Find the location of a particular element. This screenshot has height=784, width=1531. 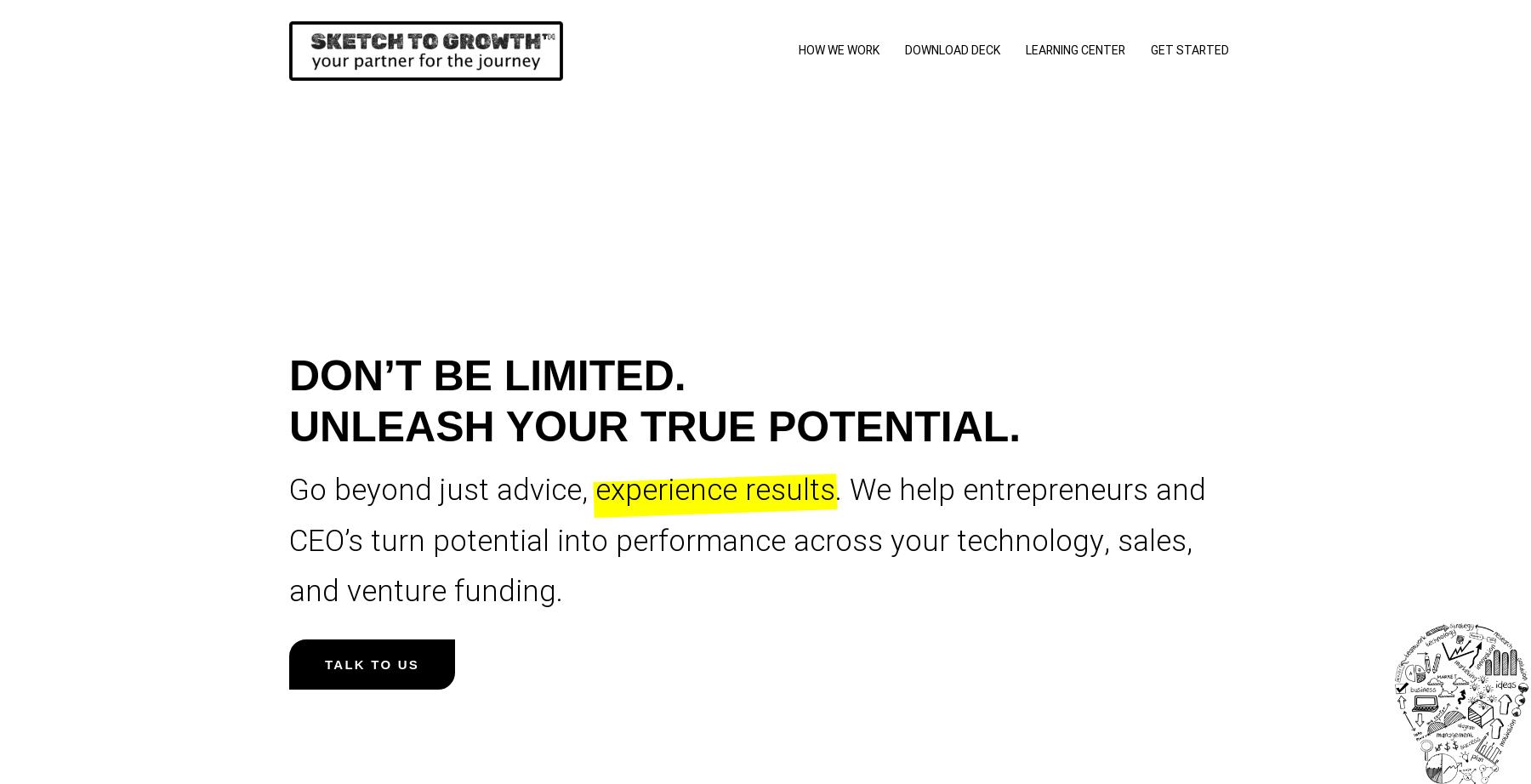

'Don’t be limited.' is located at coordinates (487, 375).